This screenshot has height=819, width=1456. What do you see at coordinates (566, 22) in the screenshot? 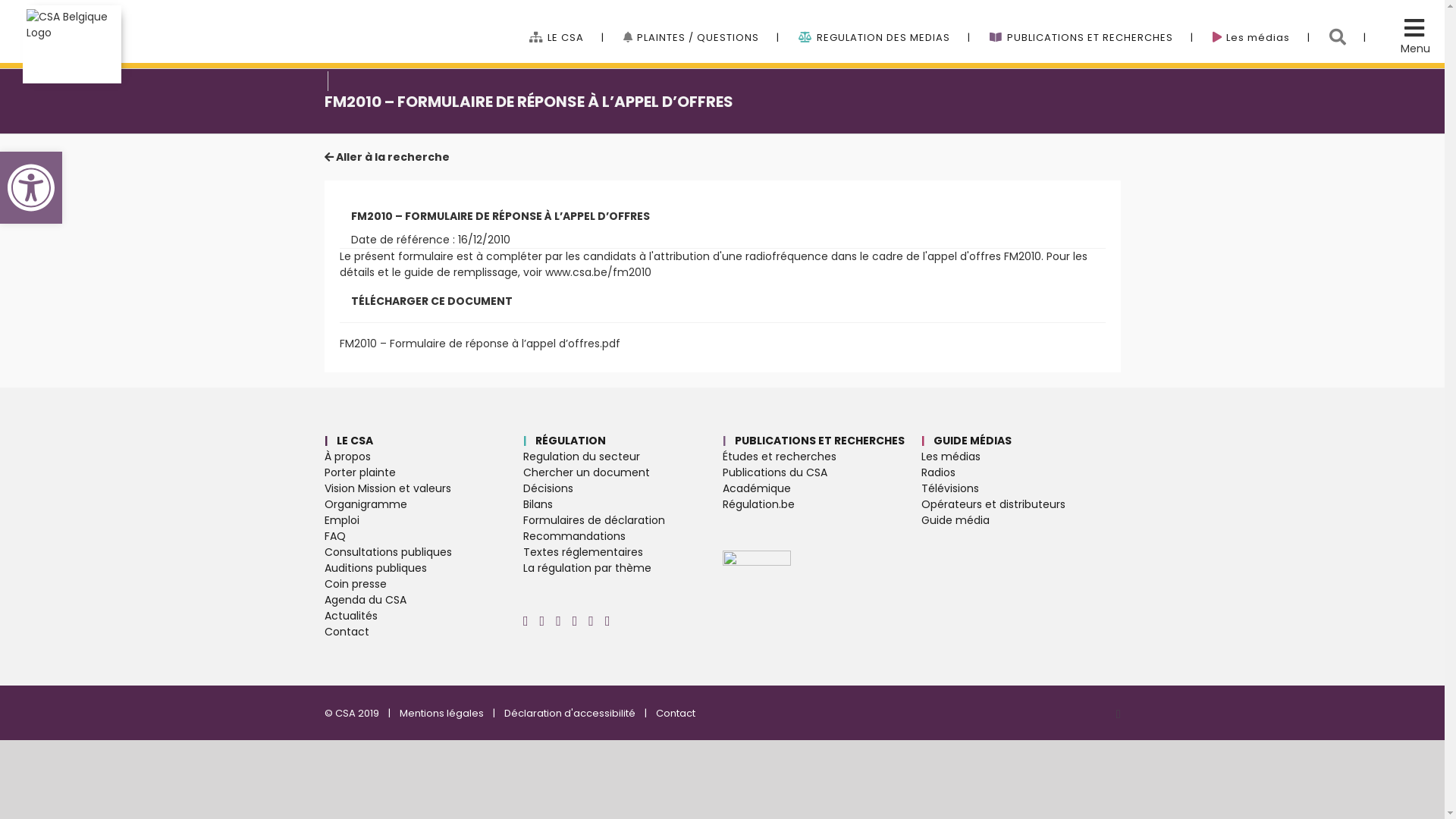
I see `'LE CSA'` at bounding box center [566, 22].